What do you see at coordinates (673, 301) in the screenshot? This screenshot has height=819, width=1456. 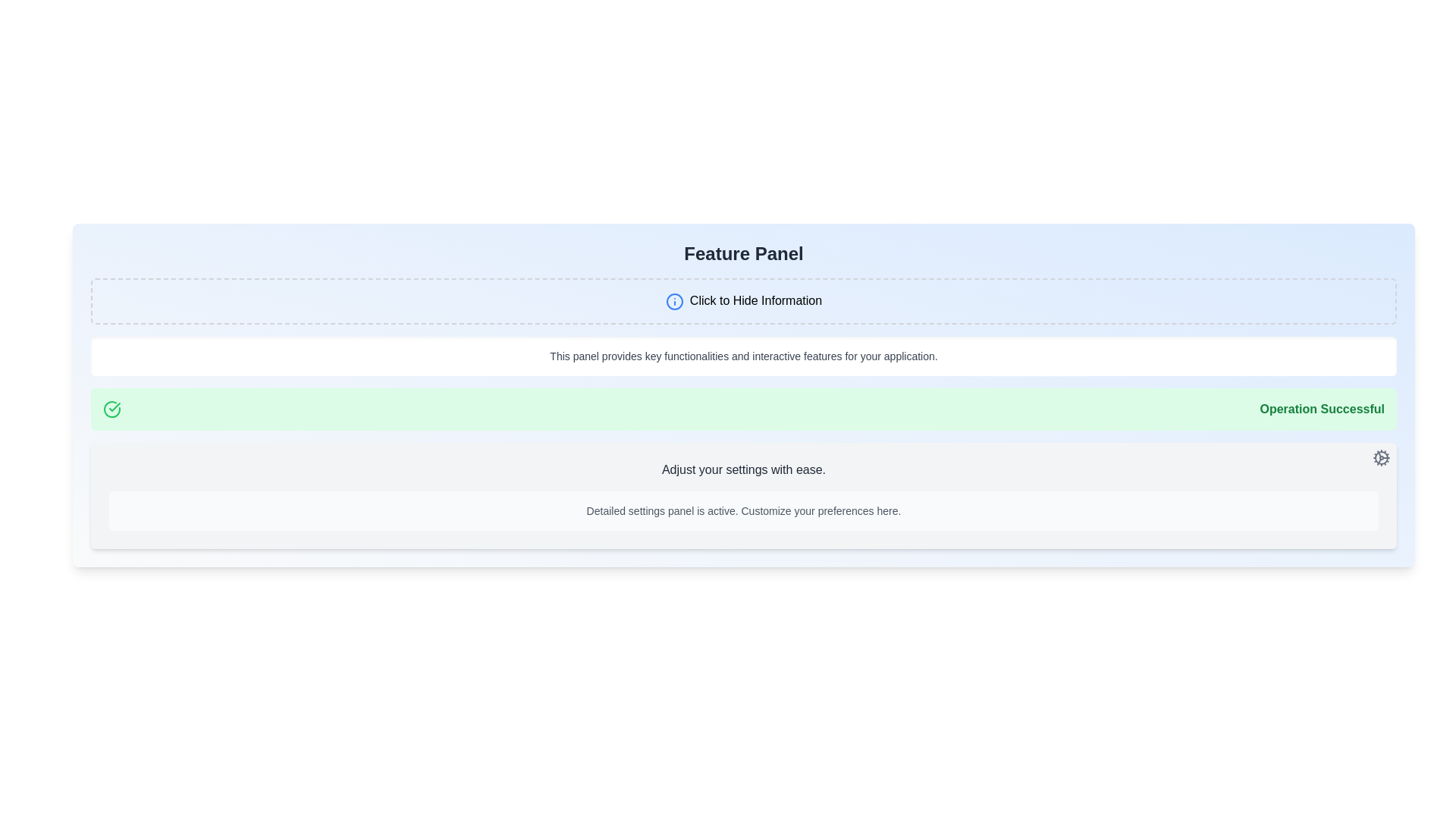 I see `the largest circular SVG element with a blue outline, which is part of an icon next to the 'Click to Hide Information' text label` at bounding box center [673, 301].